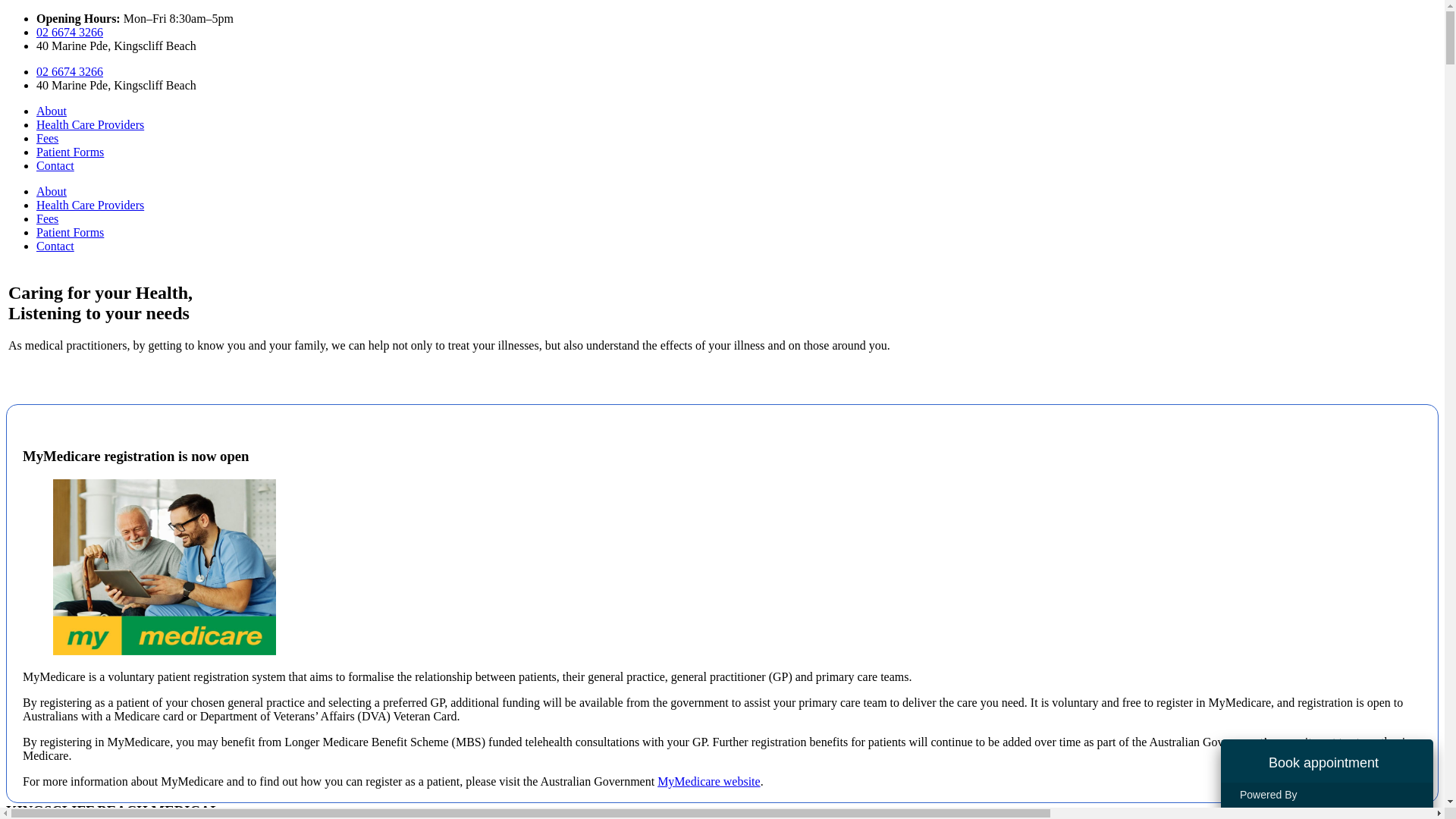 This screenshot has height=819, width=1456. What do you see at coordinates (115, 85) in the screenshot?
I see `'40 Marine Pde, Kingscliff Beach'` at bounding box center [115, 85].